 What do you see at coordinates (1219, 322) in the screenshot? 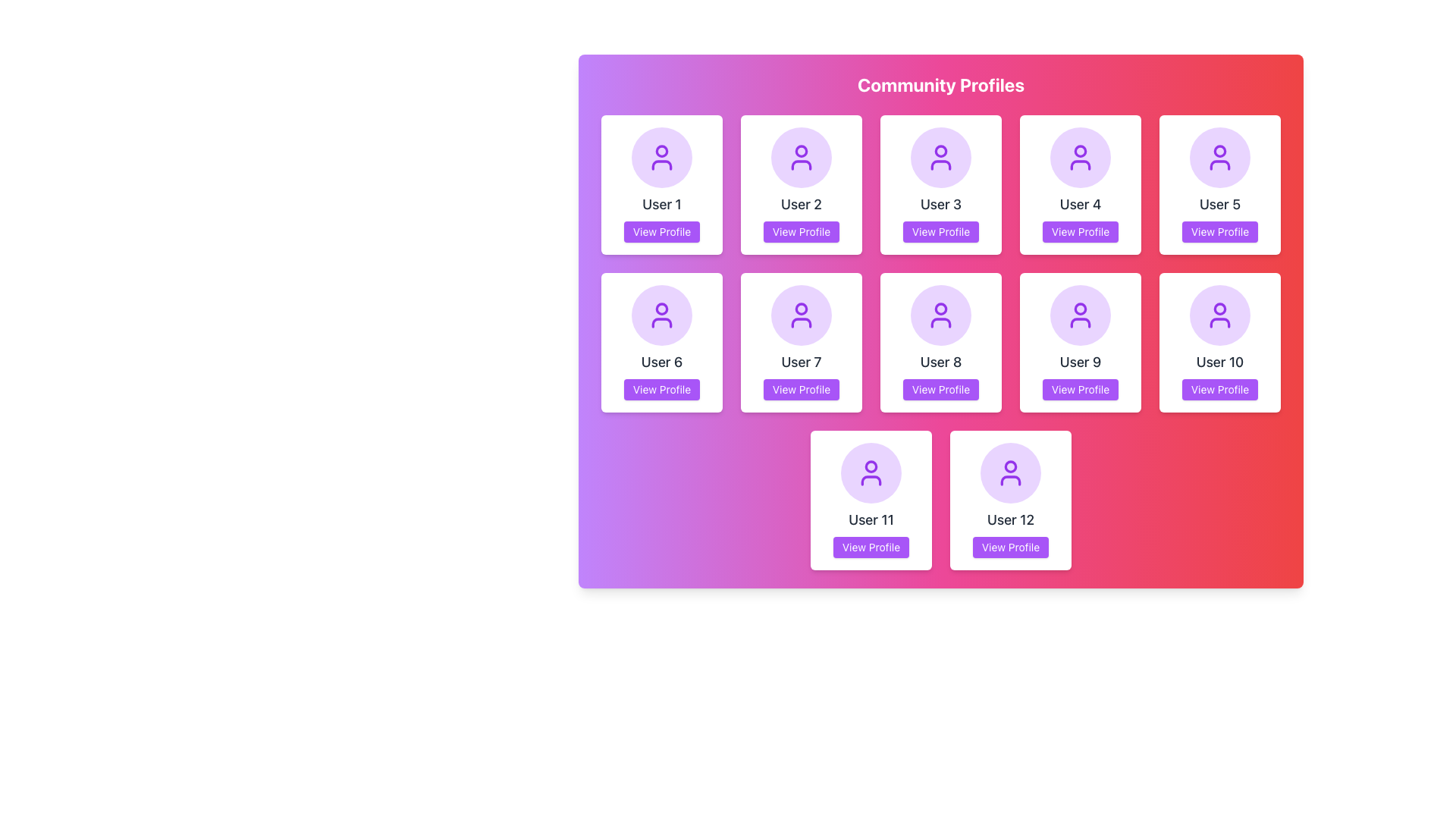
I see `the lower part of the user icon graphic in the 'User 10' card, which is shaped like a rounded rectangle` at bounding box center [1219, 322].